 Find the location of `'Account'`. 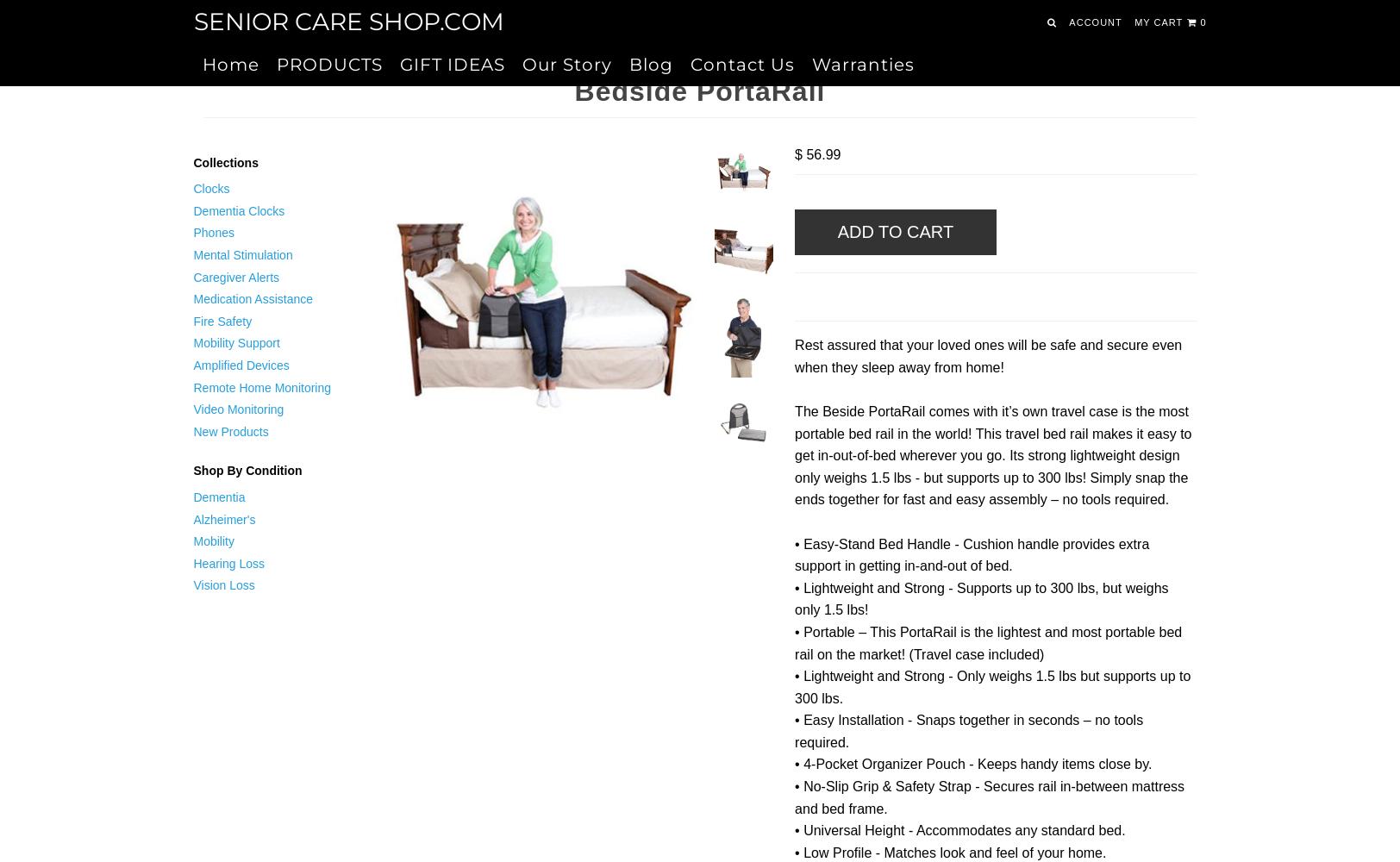

'Account' is located at coordinates (1068, 22).